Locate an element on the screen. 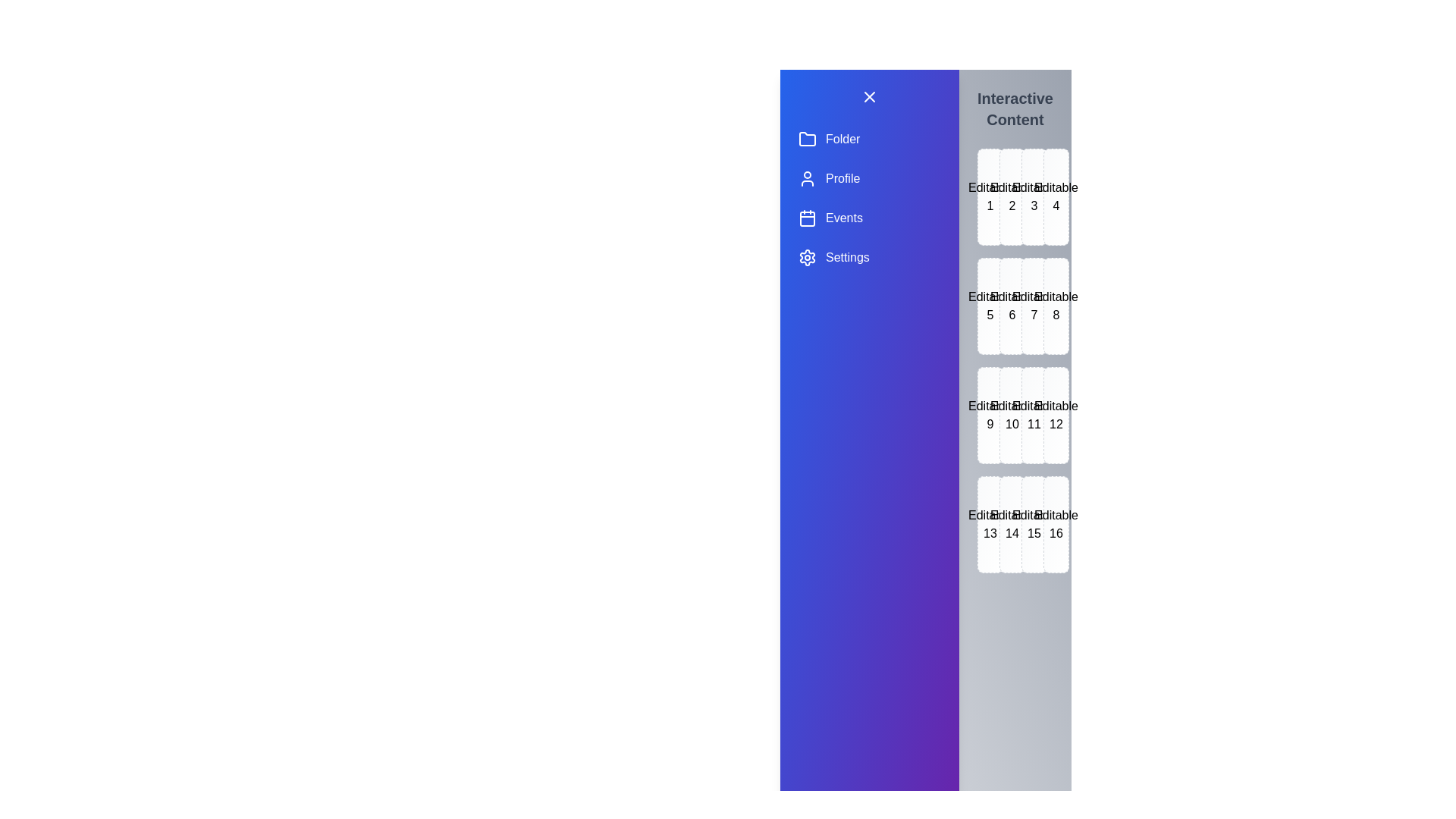  the drawer item labeled Settings is located at coordinates (869, 256).